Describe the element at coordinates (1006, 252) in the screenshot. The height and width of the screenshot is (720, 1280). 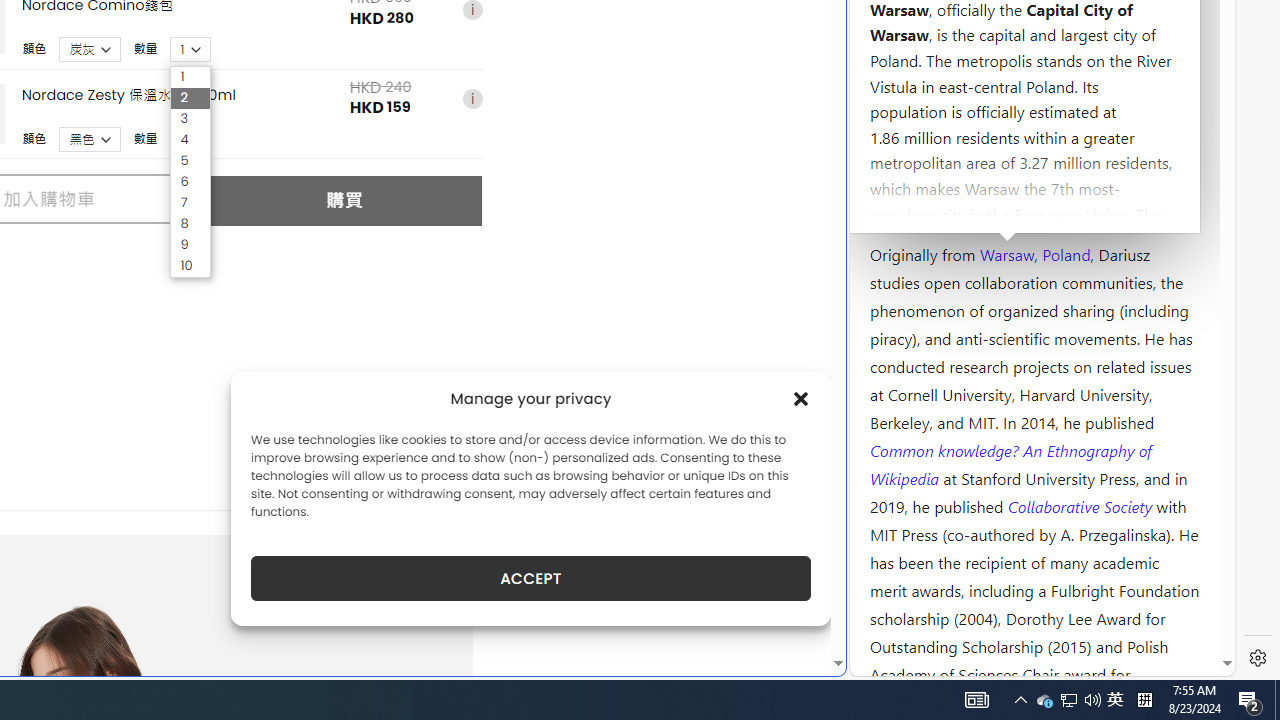
I see `'Warsaw'` at that location.